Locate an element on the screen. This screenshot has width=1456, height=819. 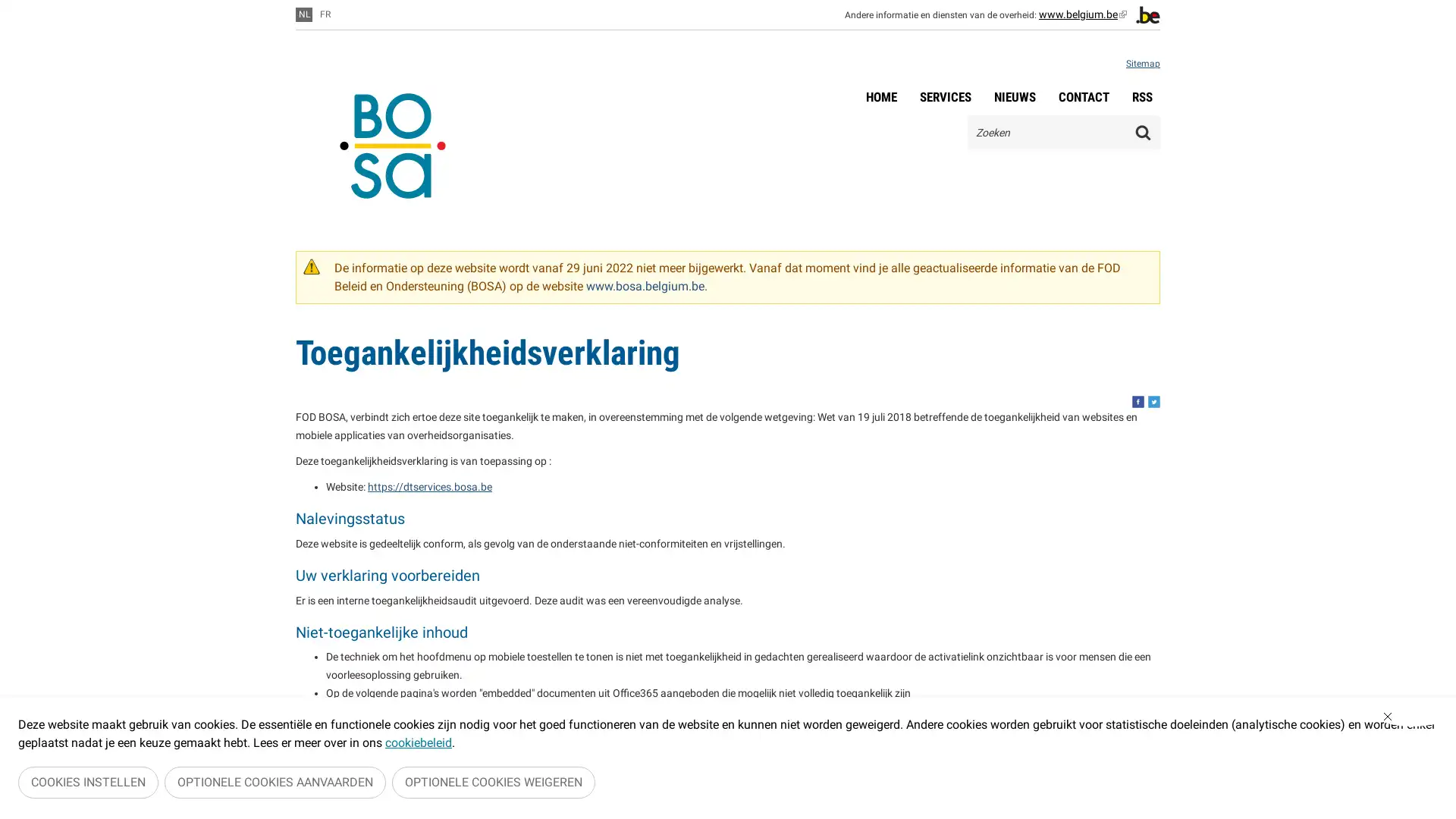
Sluiten is located at coordinates (1411, 720).